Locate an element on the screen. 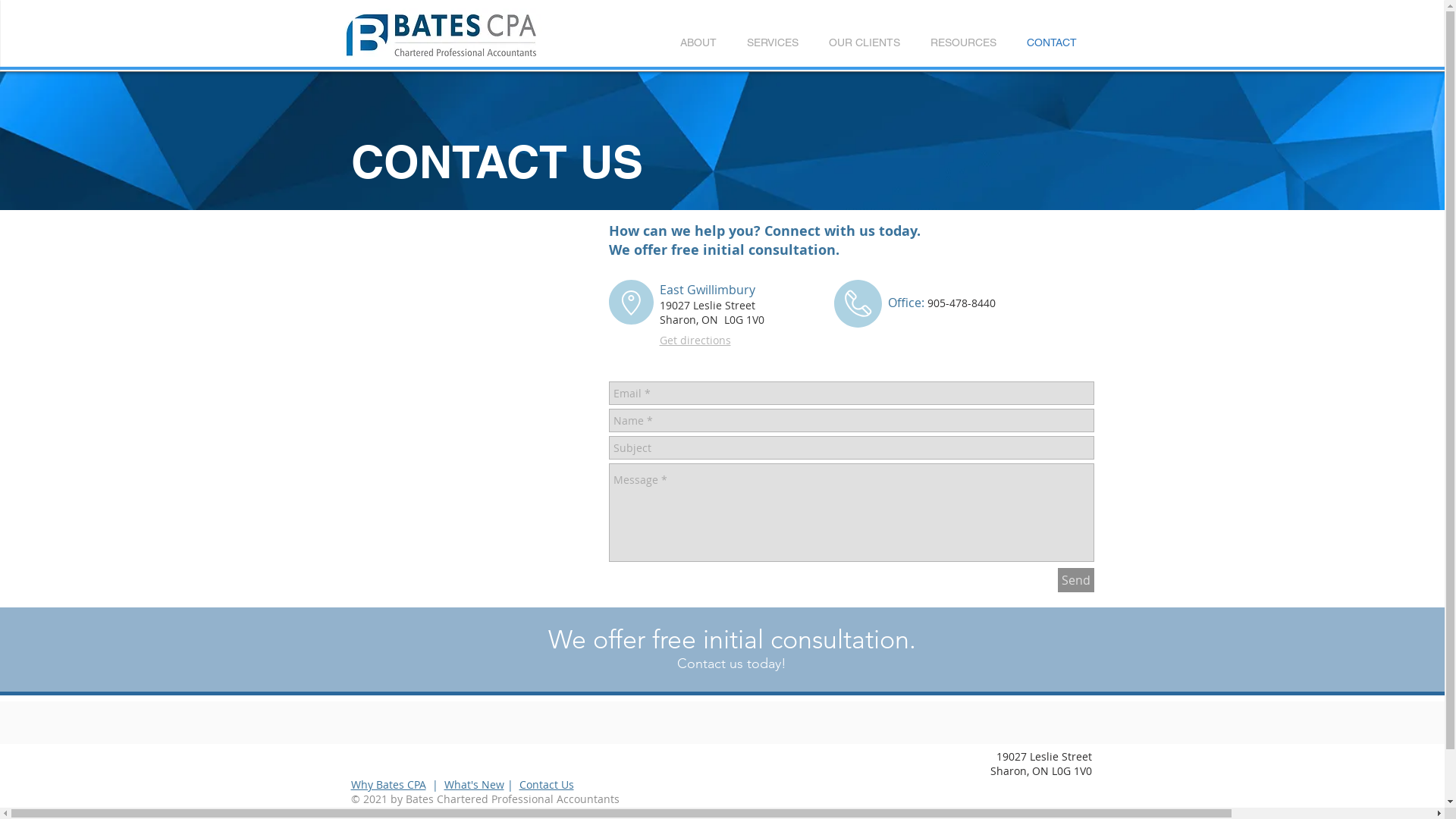  'Why Bates CPA' is located at coordinates (388, 784).